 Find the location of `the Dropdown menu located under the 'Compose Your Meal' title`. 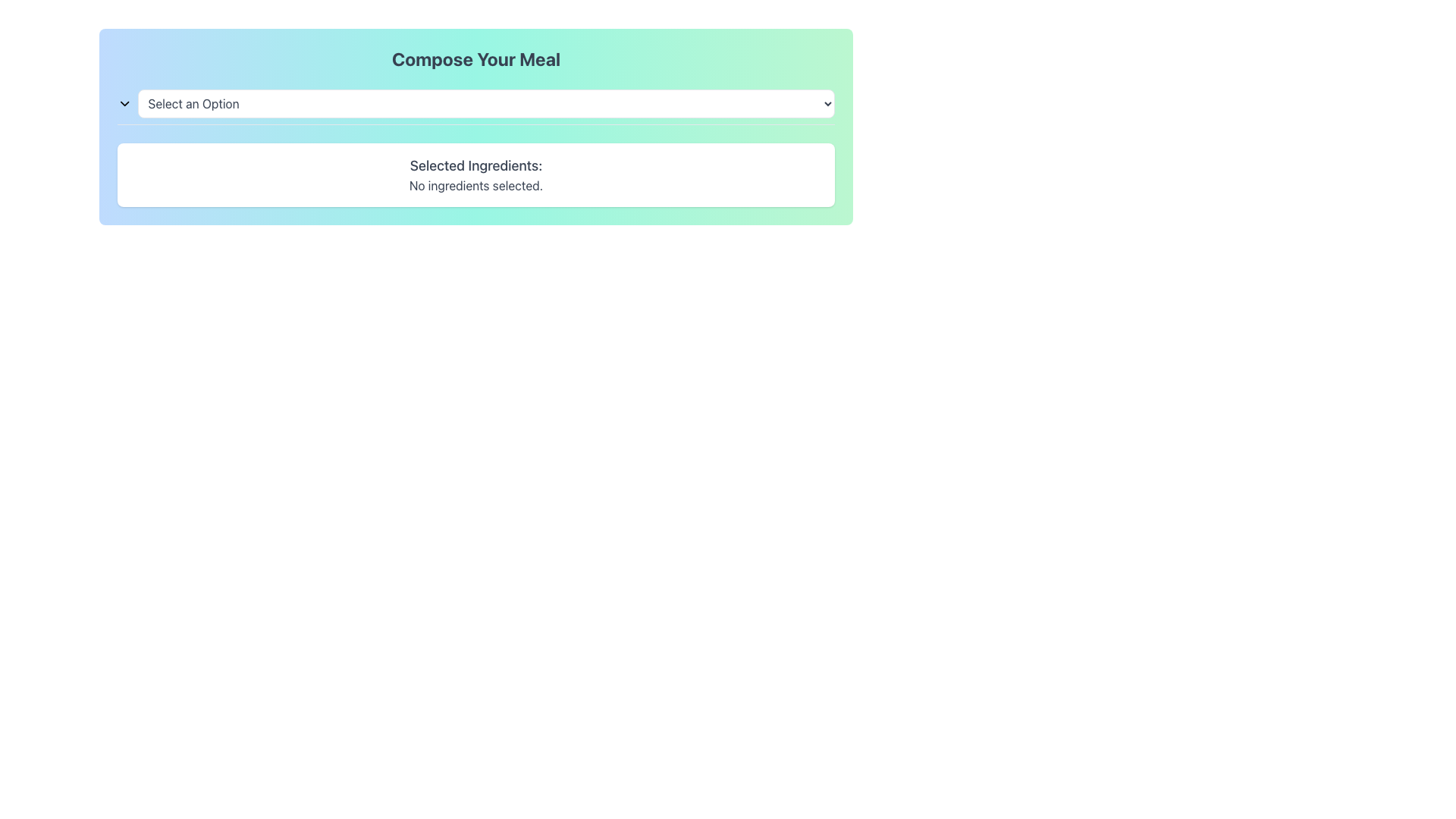

the Dropdown menu located under the 'Compose Your Meal' title is located at coordinates (486, 103).